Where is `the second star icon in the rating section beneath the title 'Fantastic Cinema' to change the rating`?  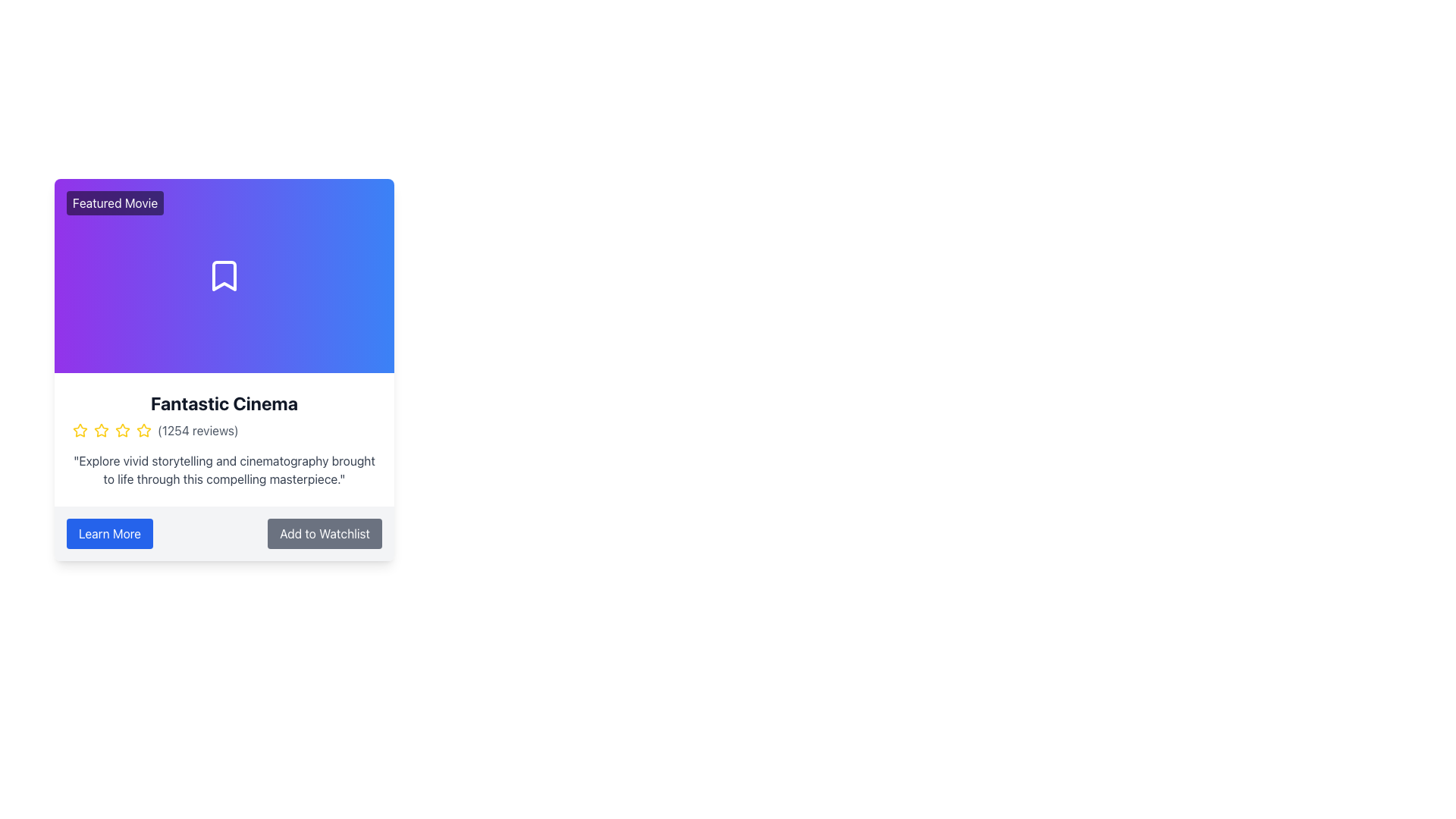
the second star icon in the rating section beneath the title 'Fantastic Cinema' to change the rating is located at coordinates (79, 430).